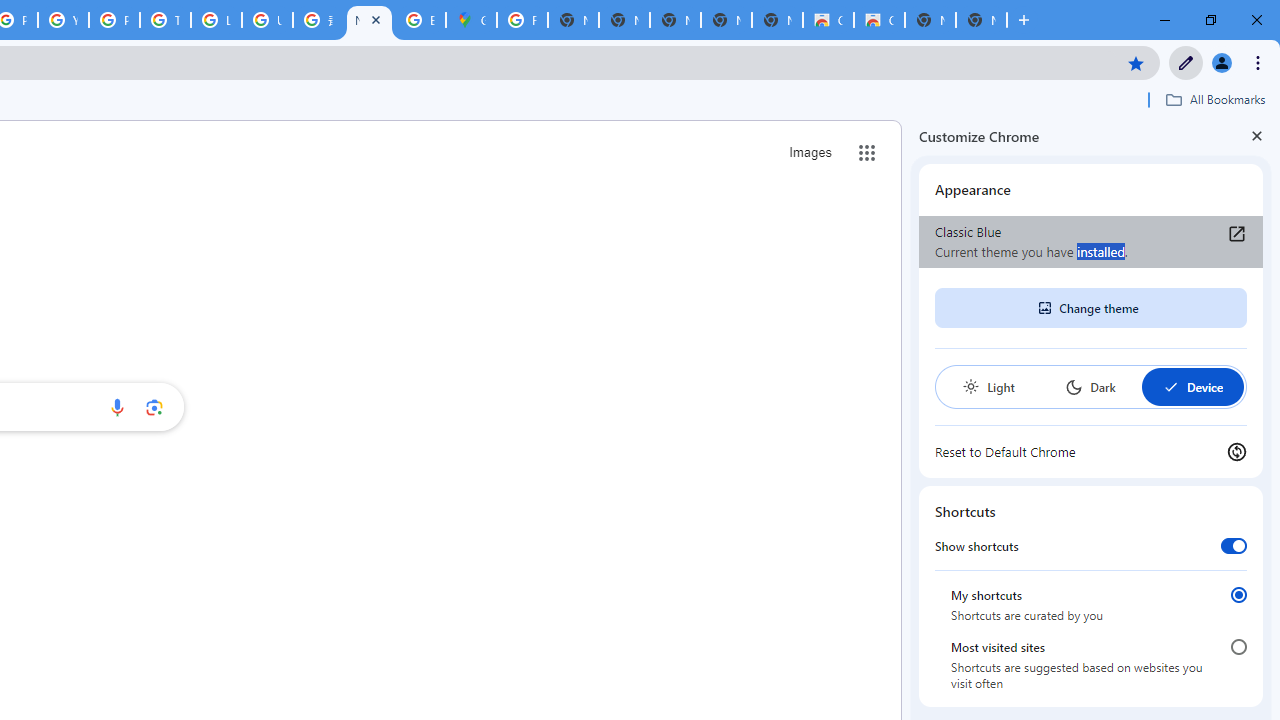  I want to click on 'Classic Blue - Chrome Web Store', so click(828, 20).